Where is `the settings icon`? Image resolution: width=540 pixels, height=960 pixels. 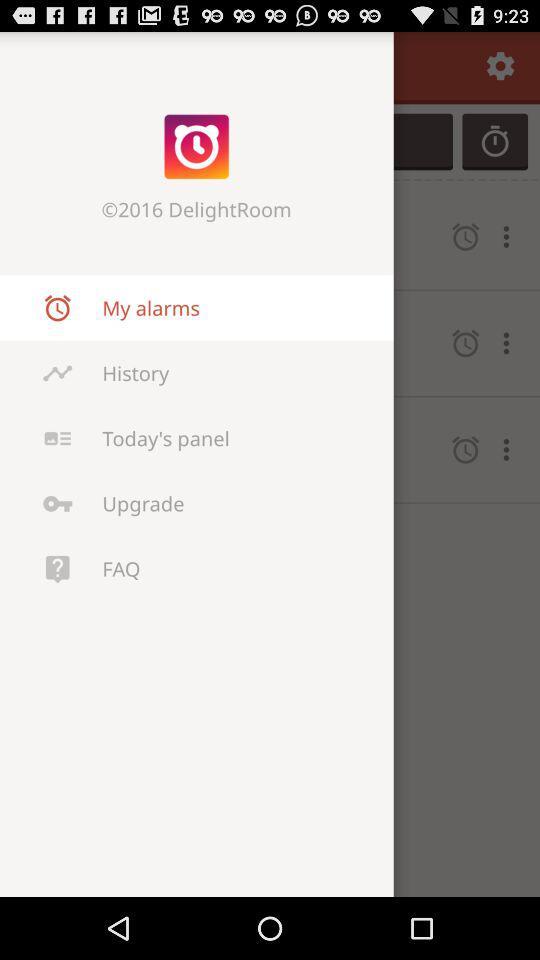
the settings icon is located at coordinates (499, 70).